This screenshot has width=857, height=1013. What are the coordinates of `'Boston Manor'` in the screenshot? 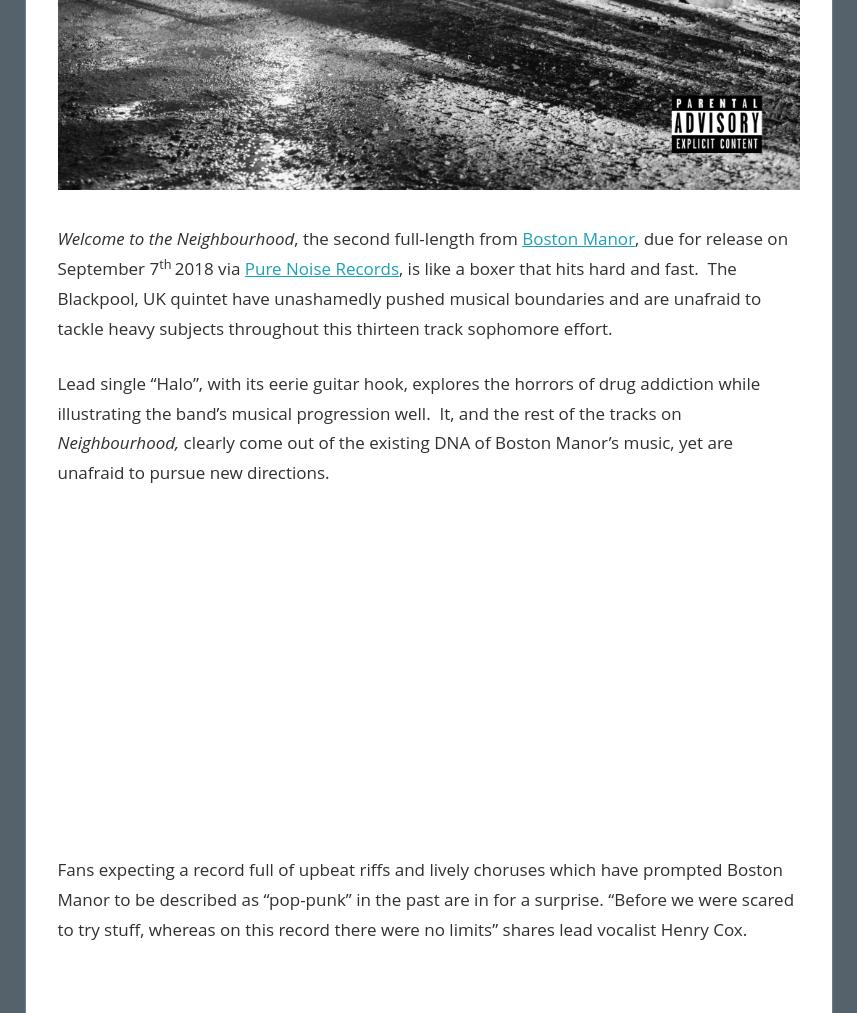 It's located at (578, 237).